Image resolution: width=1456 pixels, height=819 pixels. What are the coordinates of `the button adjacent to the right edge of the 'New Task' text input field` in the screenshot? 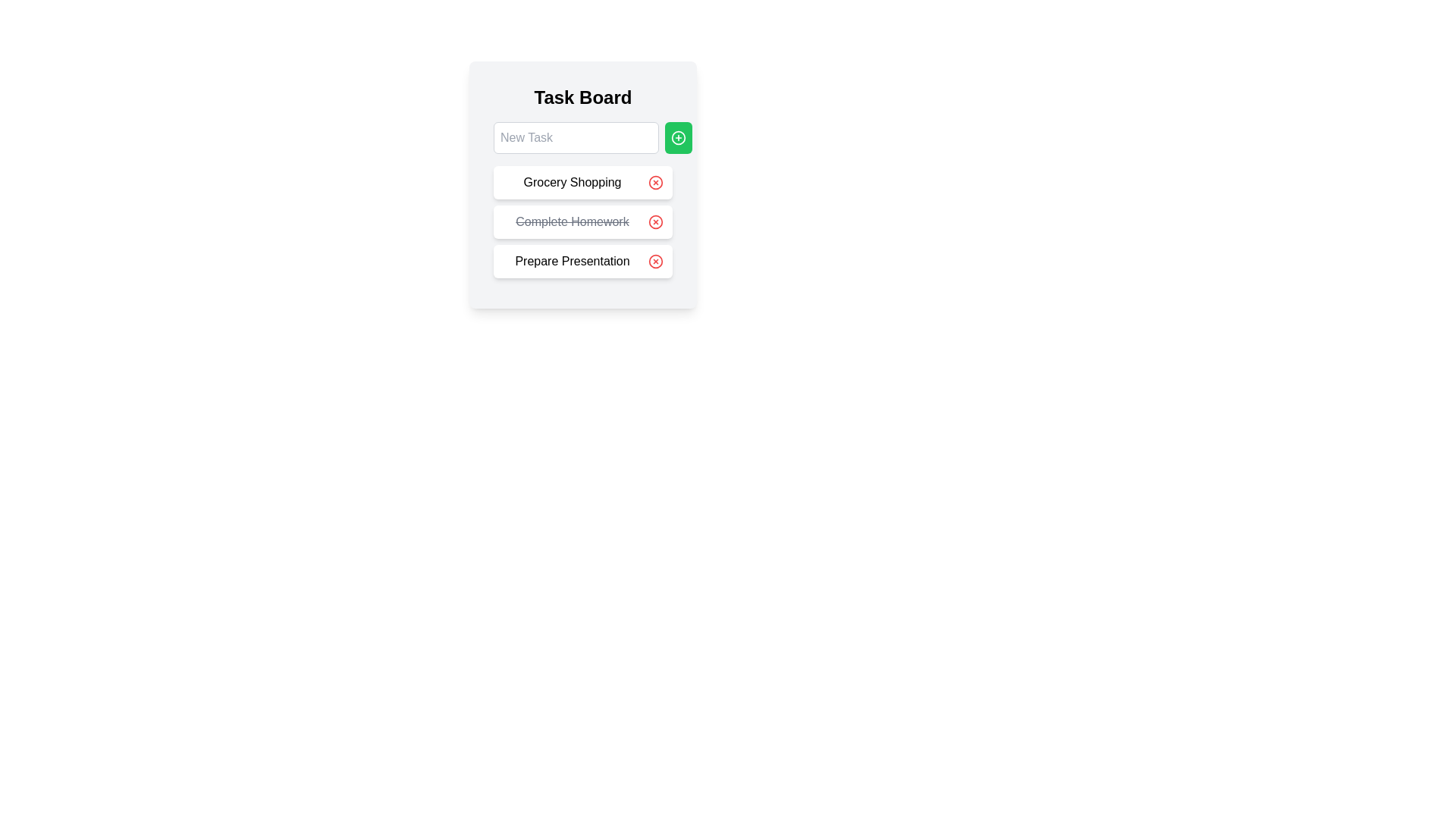 It's located at (677, 137).